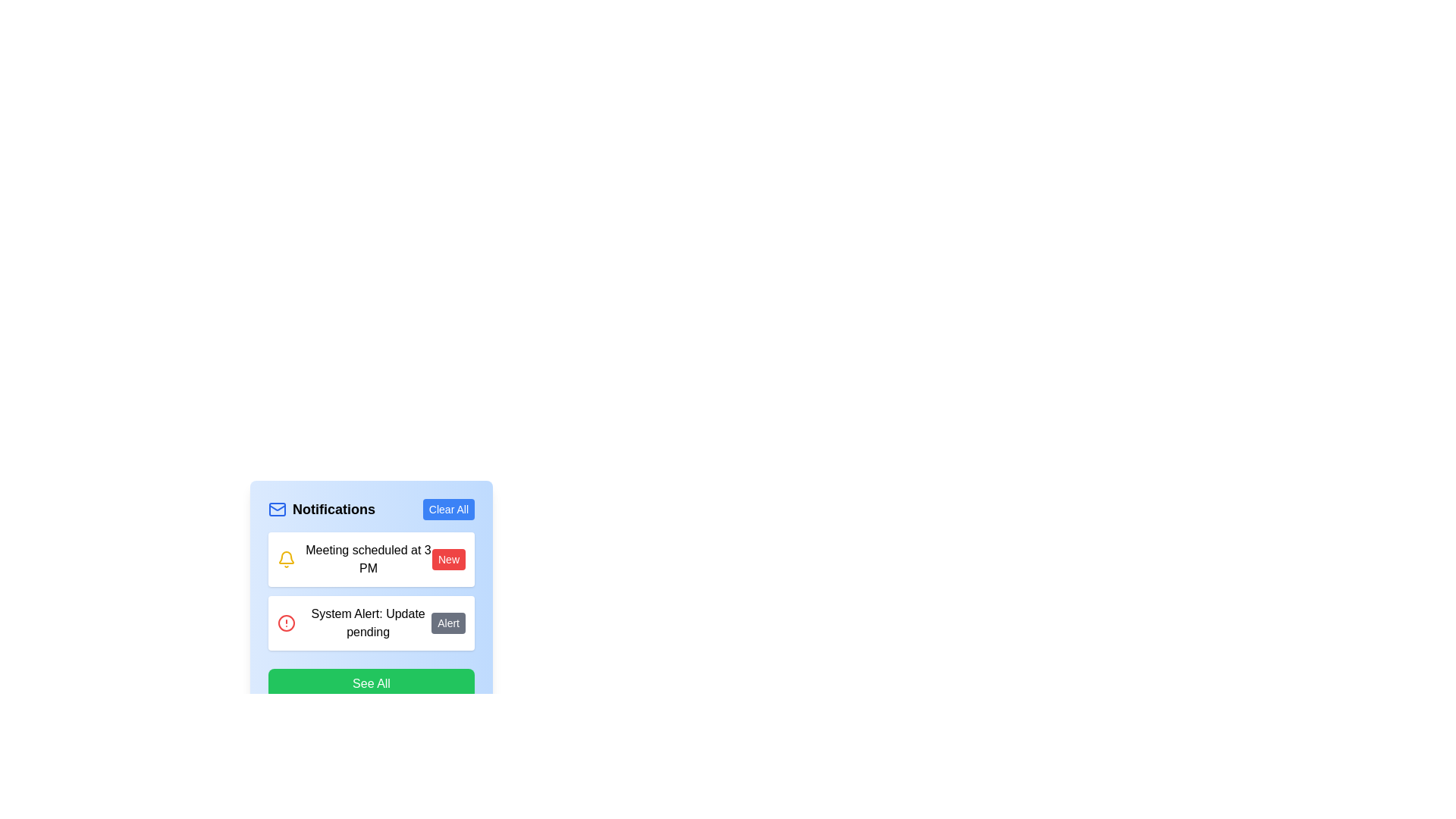  What do you see at coordinates (287, 557) in the screenshot?
I see `the upper outline of the bell-shaped SVG icon with a yellow stroke color to explore the context menu` at bounding box center [287, 557].